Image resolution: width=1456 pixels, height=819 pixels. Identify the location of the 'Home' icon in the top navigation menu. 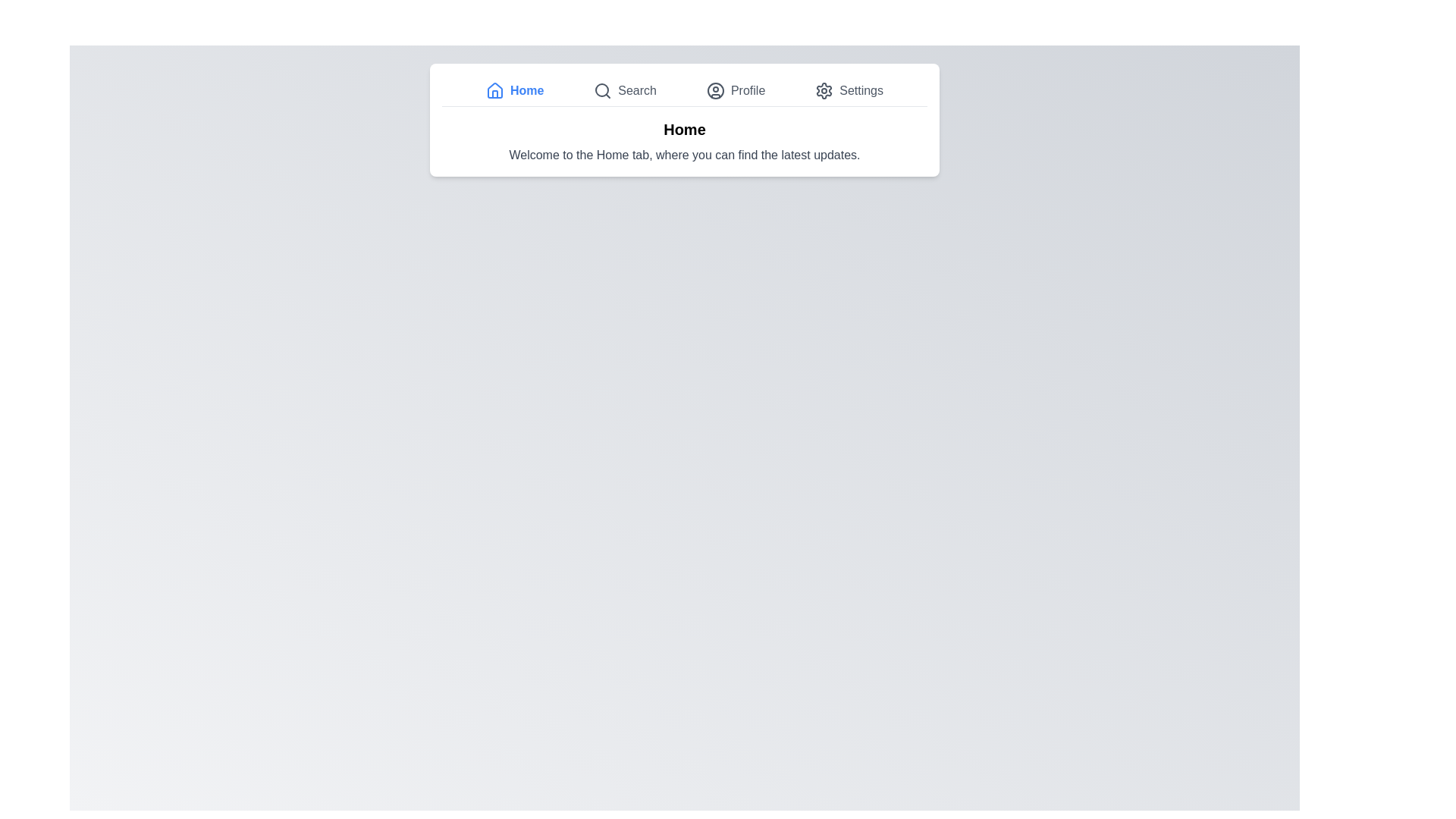
(494, 90).